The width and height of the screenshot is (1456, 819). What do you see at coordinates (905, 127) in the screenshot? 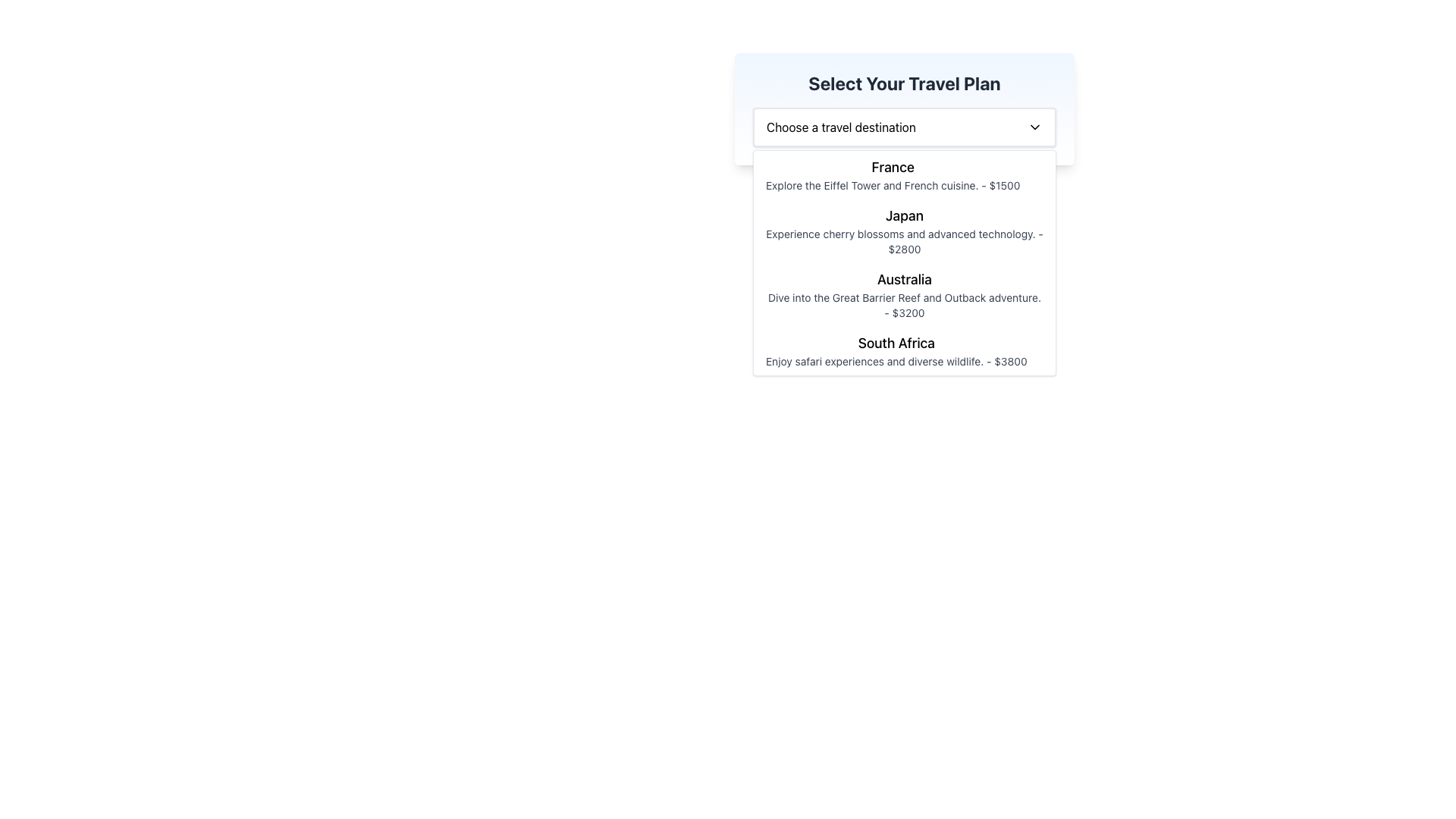
I see `the dropdown menu labeled 'Choose a travel destination' to activate it` at bounding box center [905, 127].